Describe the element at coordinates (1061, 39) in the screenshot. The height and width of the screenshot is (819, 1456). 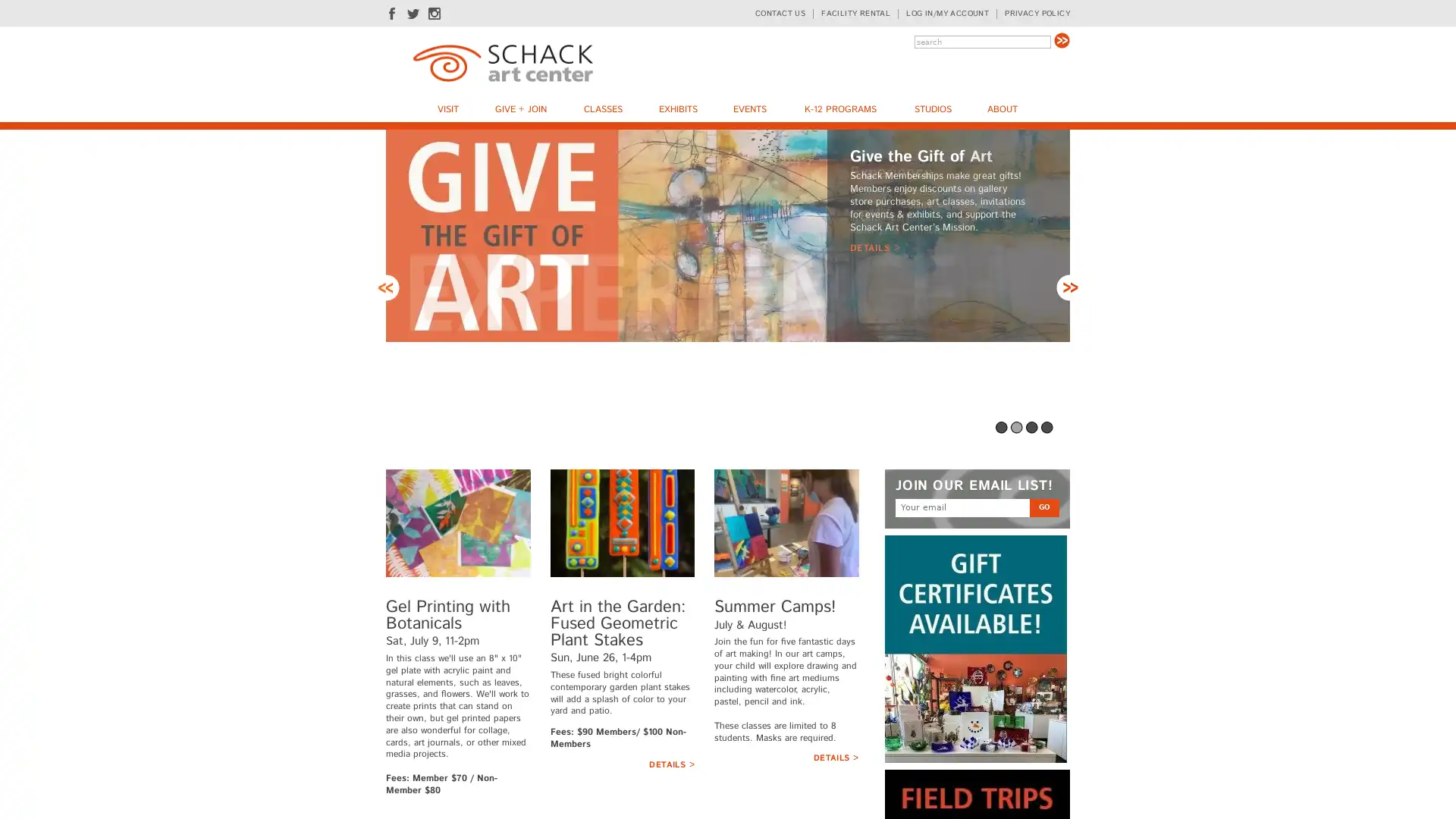
I see `Go` at that location.